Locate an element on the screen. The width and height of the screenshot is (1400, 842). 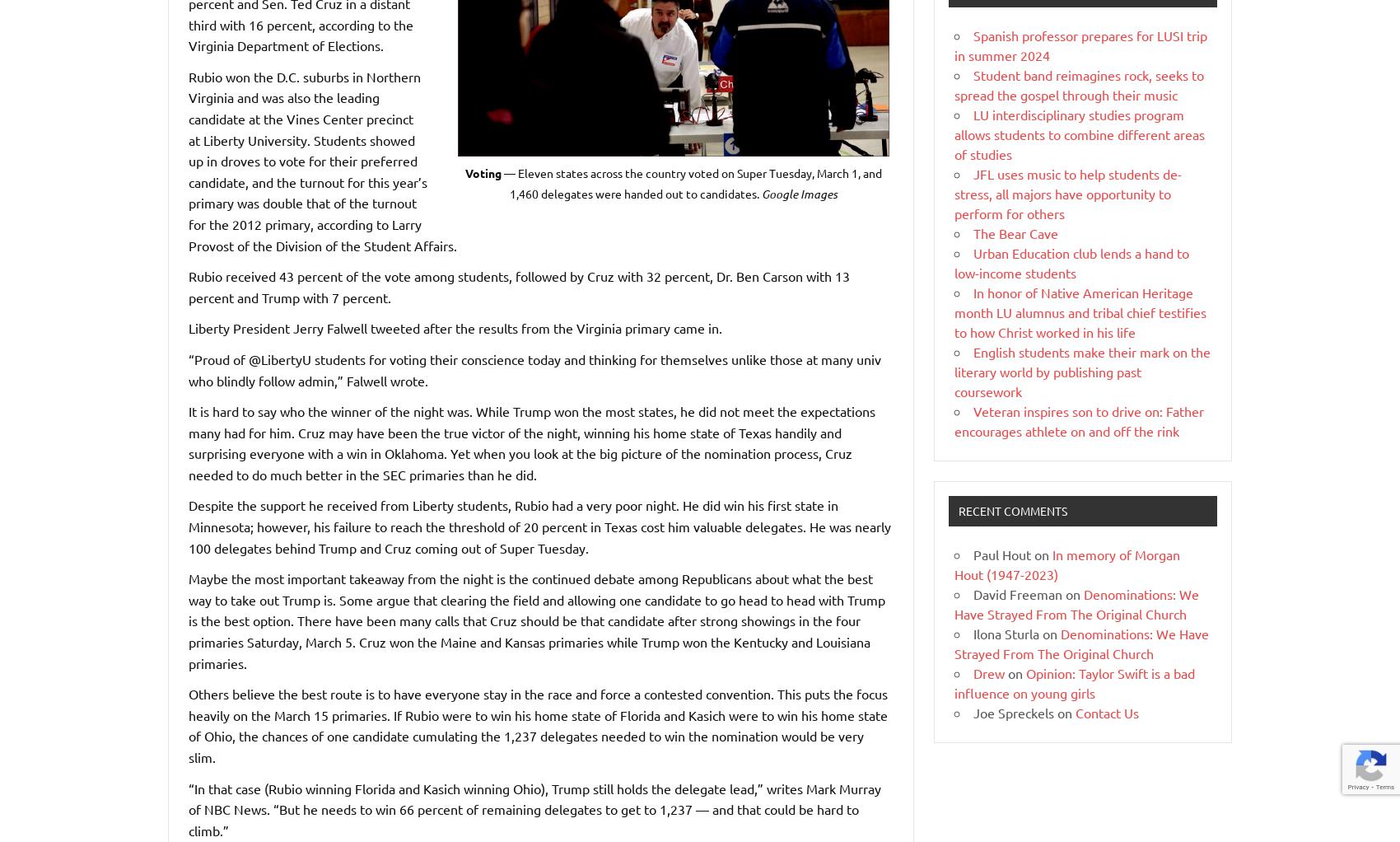
'Paul Hout' is located at coordinates (1001, 552).